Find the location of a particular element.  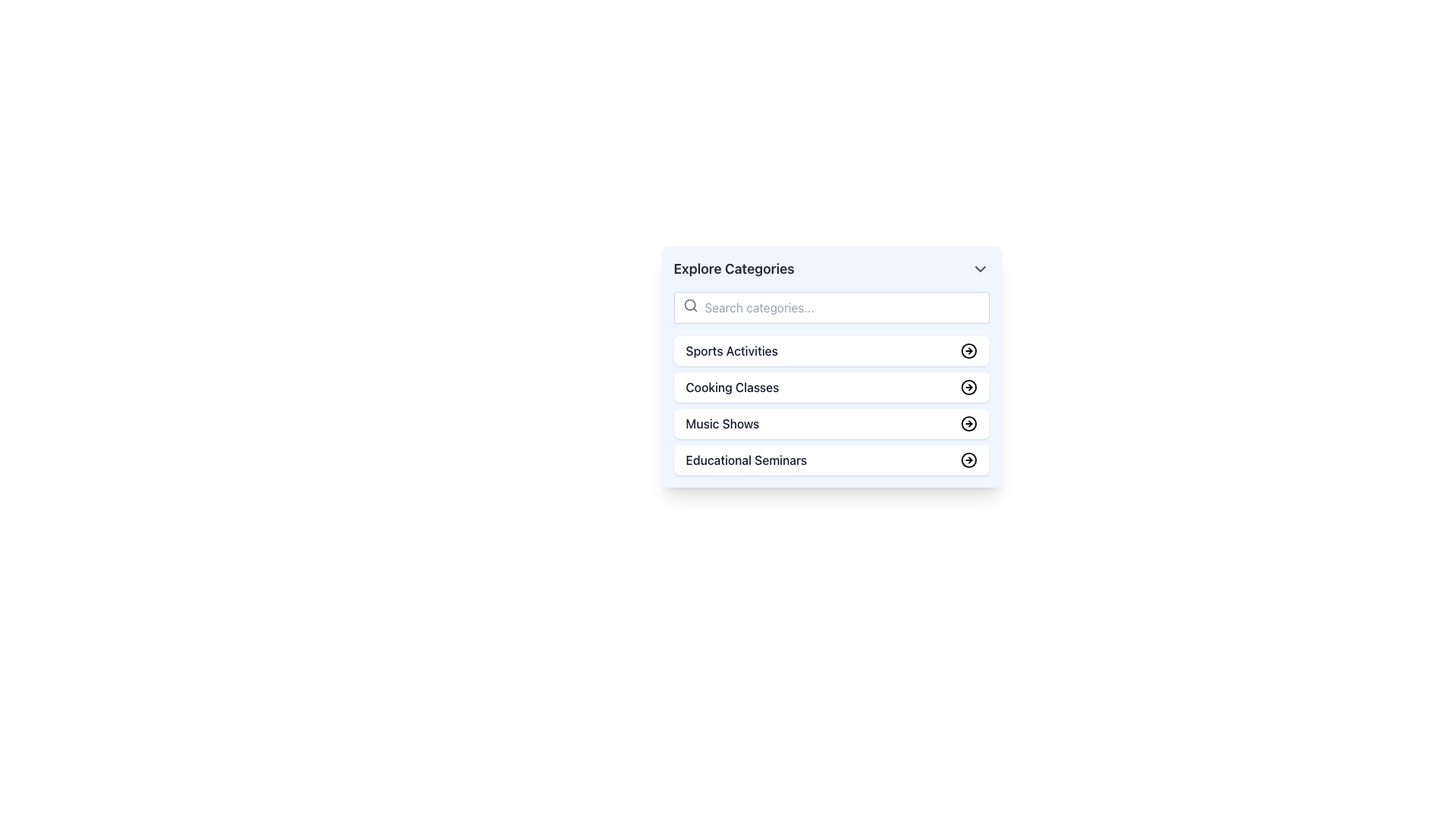

the search indicator icon located inside the top input field of the 'Explore Categories' section is located at coordinates (689, 305).